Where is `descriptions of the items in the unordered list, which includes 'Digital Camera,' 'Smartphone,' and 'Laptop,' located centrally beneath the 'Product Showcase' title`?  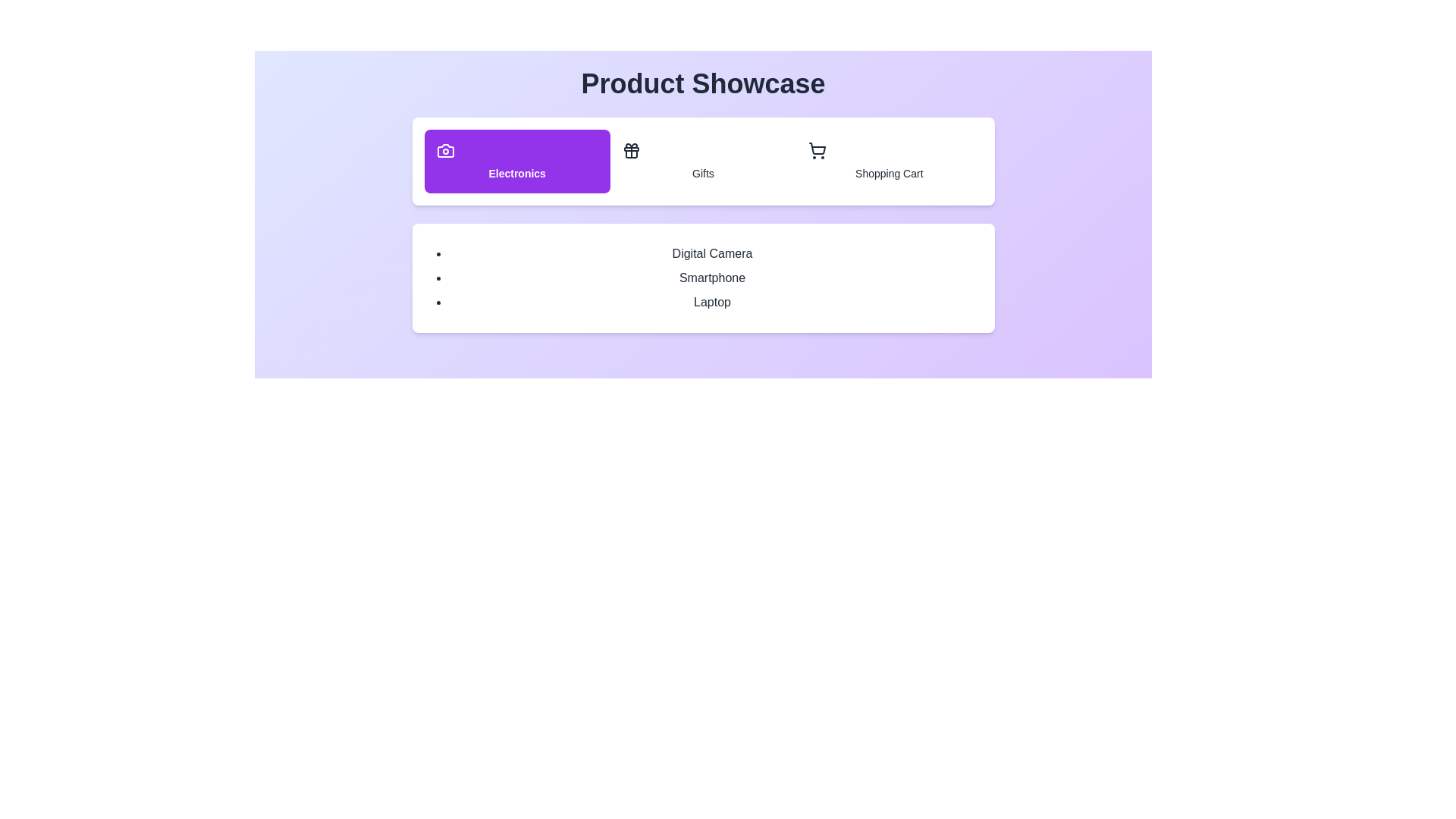 descriptions of the items in the unordered list, which includes 'Digital Camera,' 'Smartphone,' and 'Laptop,' located centrally beneath the 'Product Showcase' title is located at coordinates (702, 278).